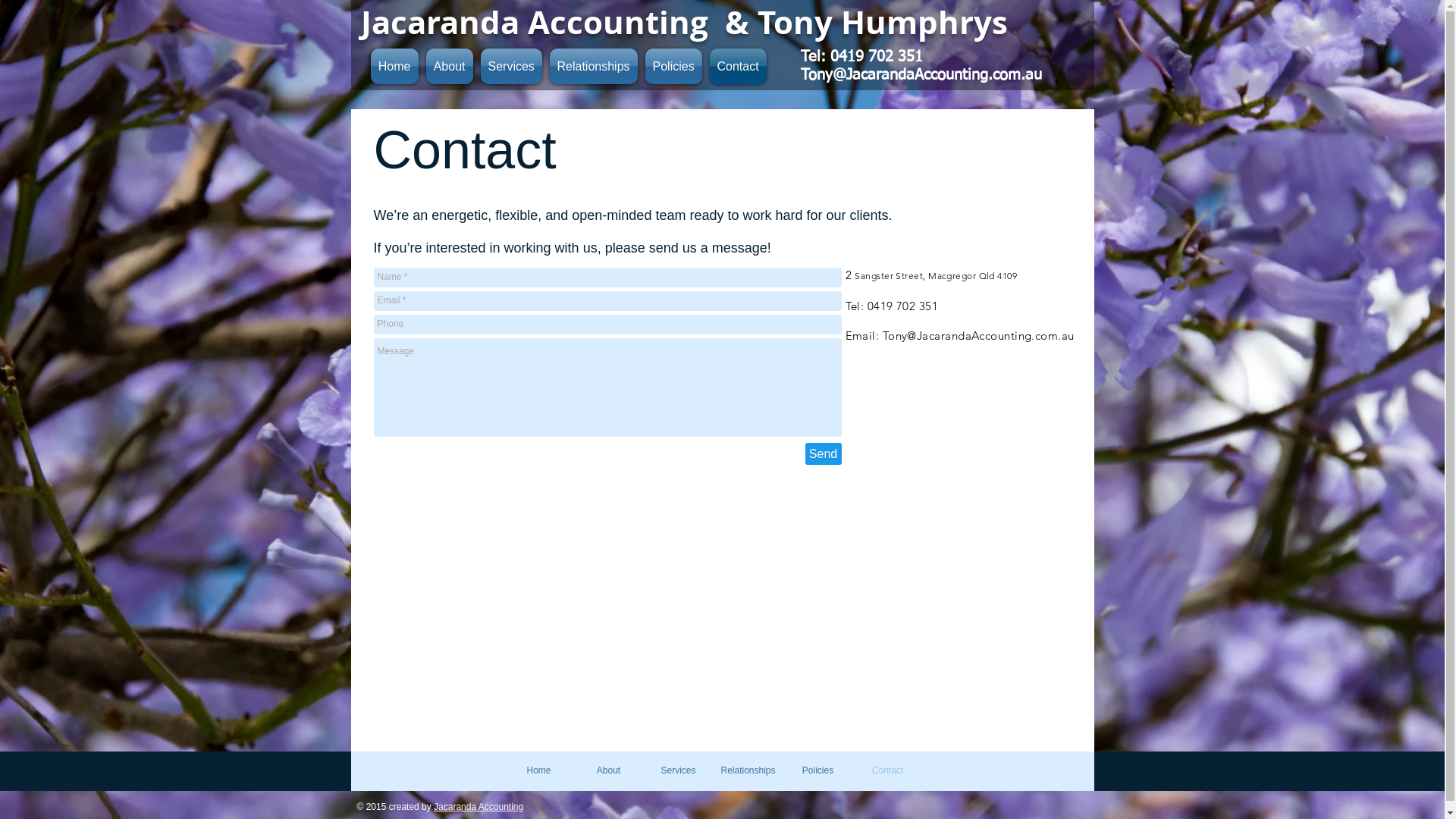  Describe the element at coordinates (735, 65) in the screenshot. I see `'Contact'` at that location.